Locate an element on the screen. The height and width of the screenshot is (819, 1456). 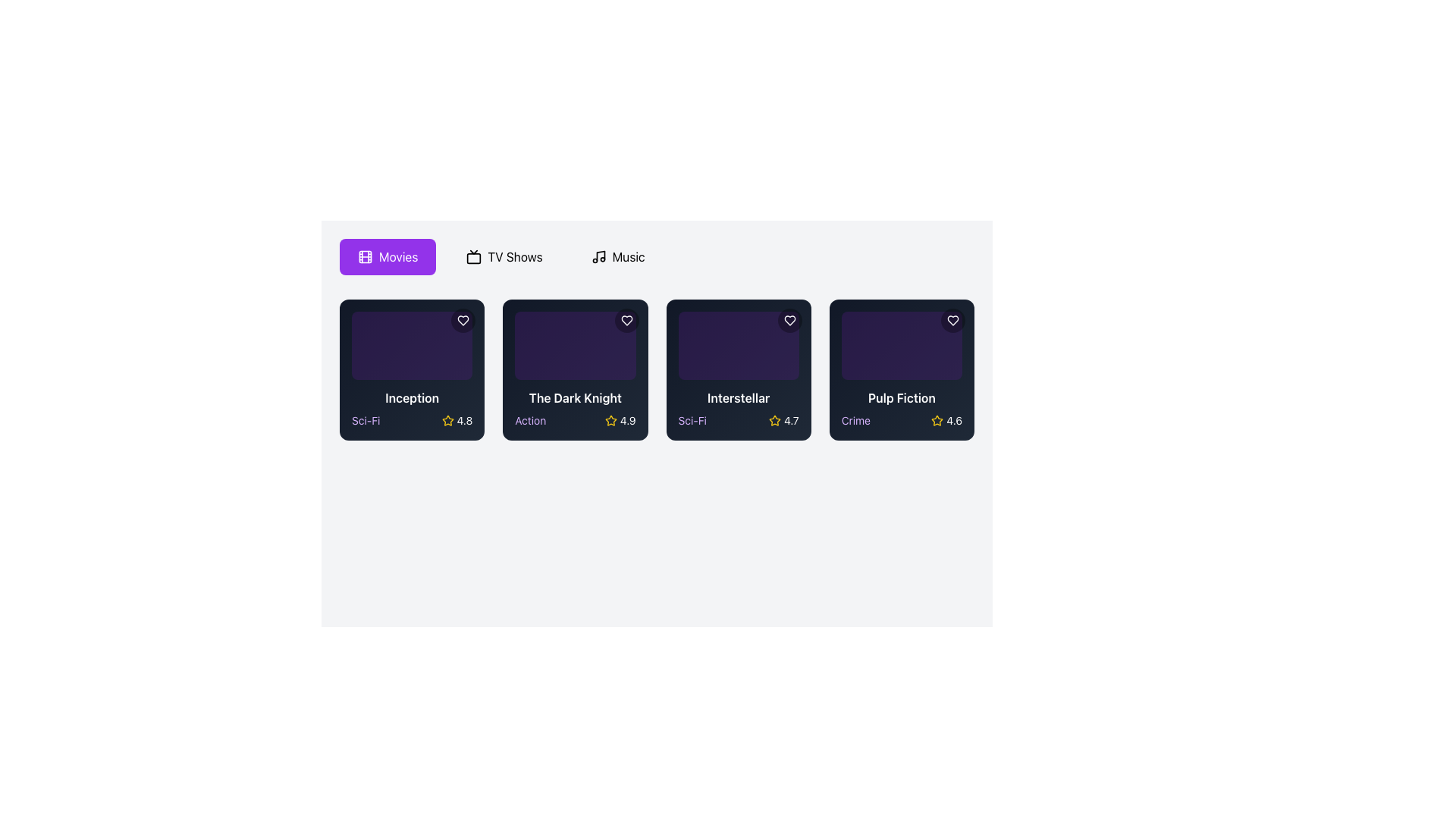
the star icon representing the rating for 'Pulp Fiction', located in the bottom right of the card, which shows a numerical rating of '4.6' is located at coordinates (937, 420).